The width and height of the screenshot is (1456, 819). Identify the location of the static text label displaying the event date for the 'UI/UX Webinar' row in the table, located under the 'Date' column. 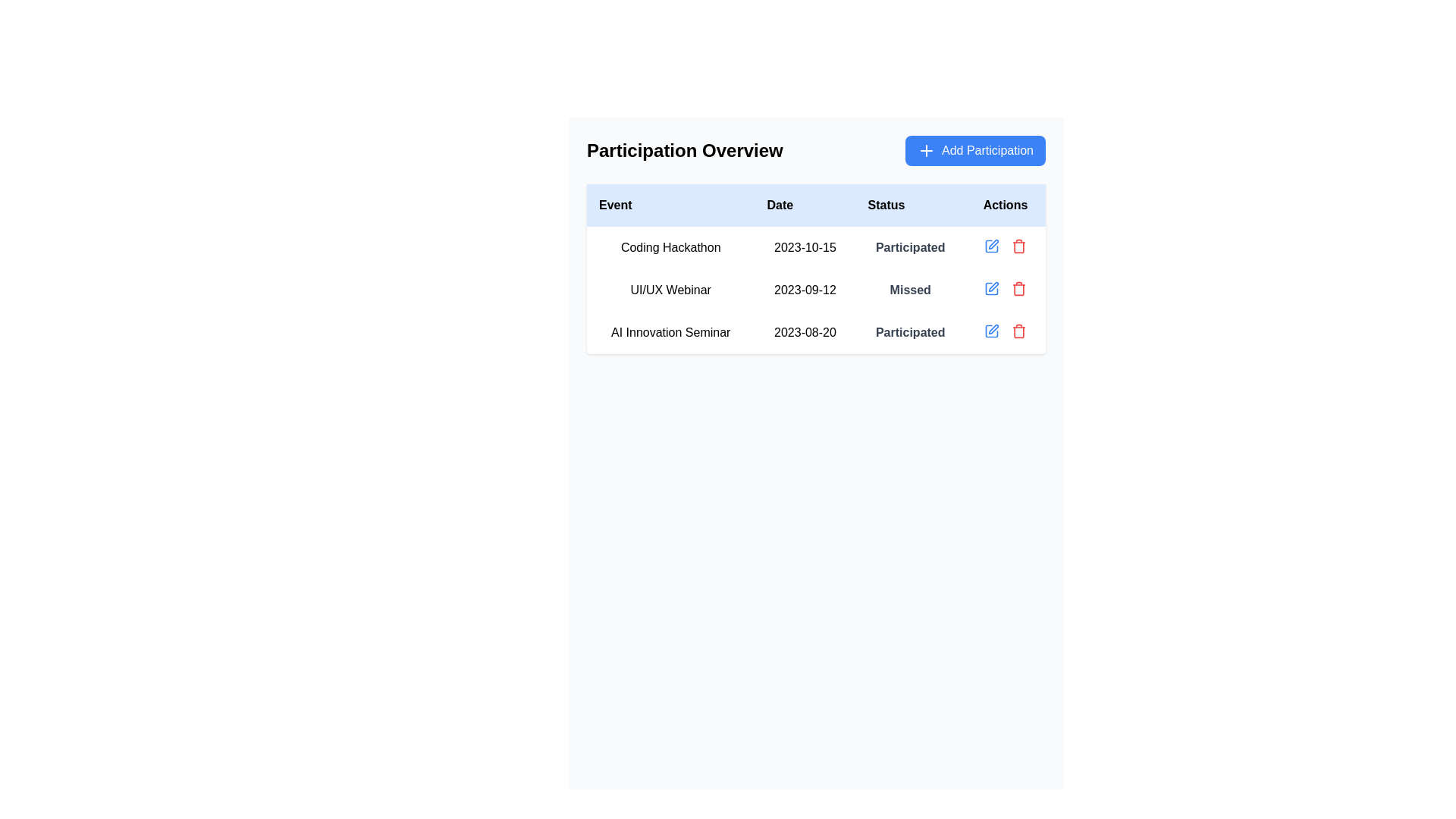
(804, 290).